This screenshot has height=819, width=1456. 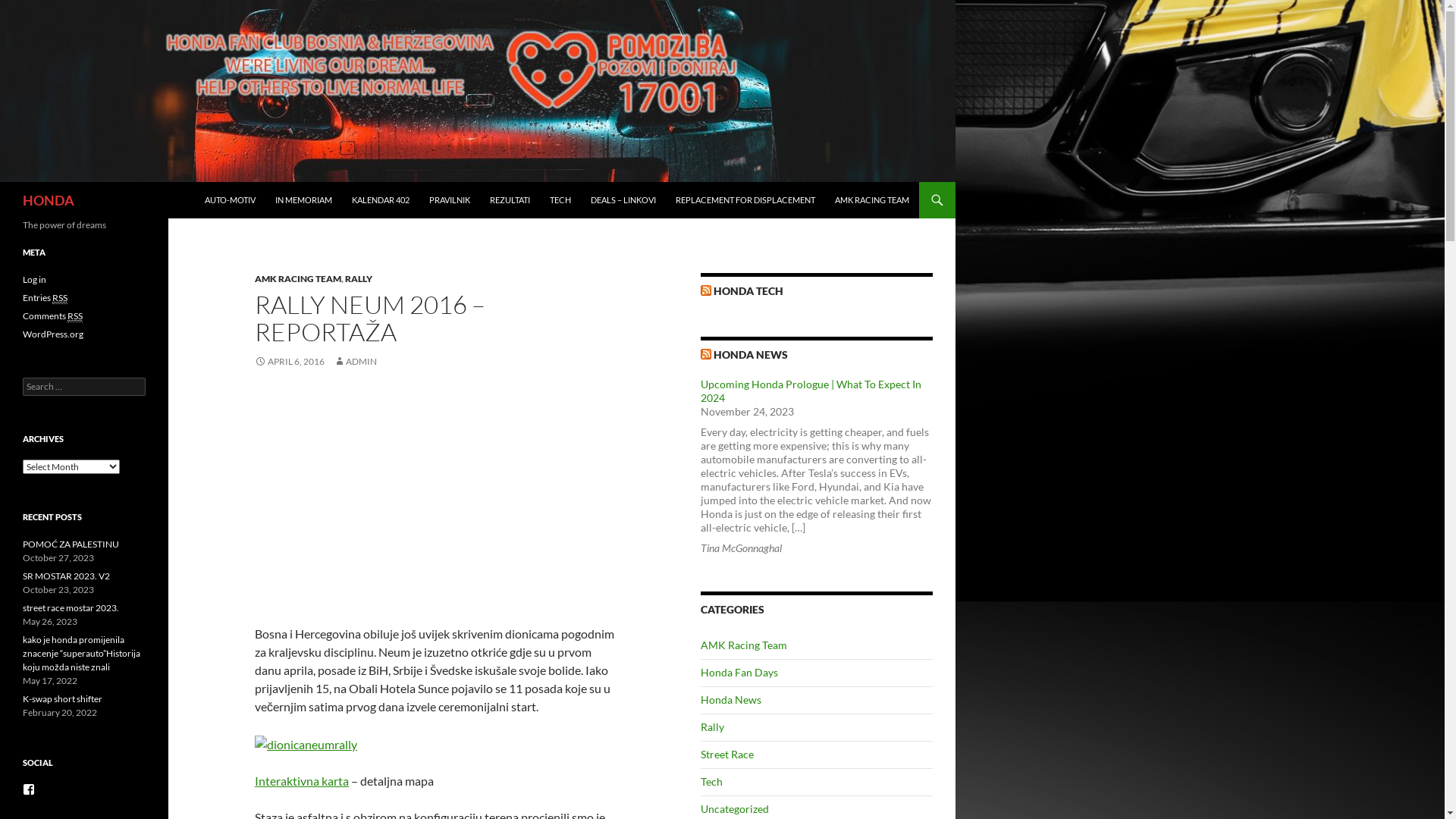 What do you see at coordinates (711, 781) in the screenshot?
I see `'Tech'` at bounding box center [711, 781].